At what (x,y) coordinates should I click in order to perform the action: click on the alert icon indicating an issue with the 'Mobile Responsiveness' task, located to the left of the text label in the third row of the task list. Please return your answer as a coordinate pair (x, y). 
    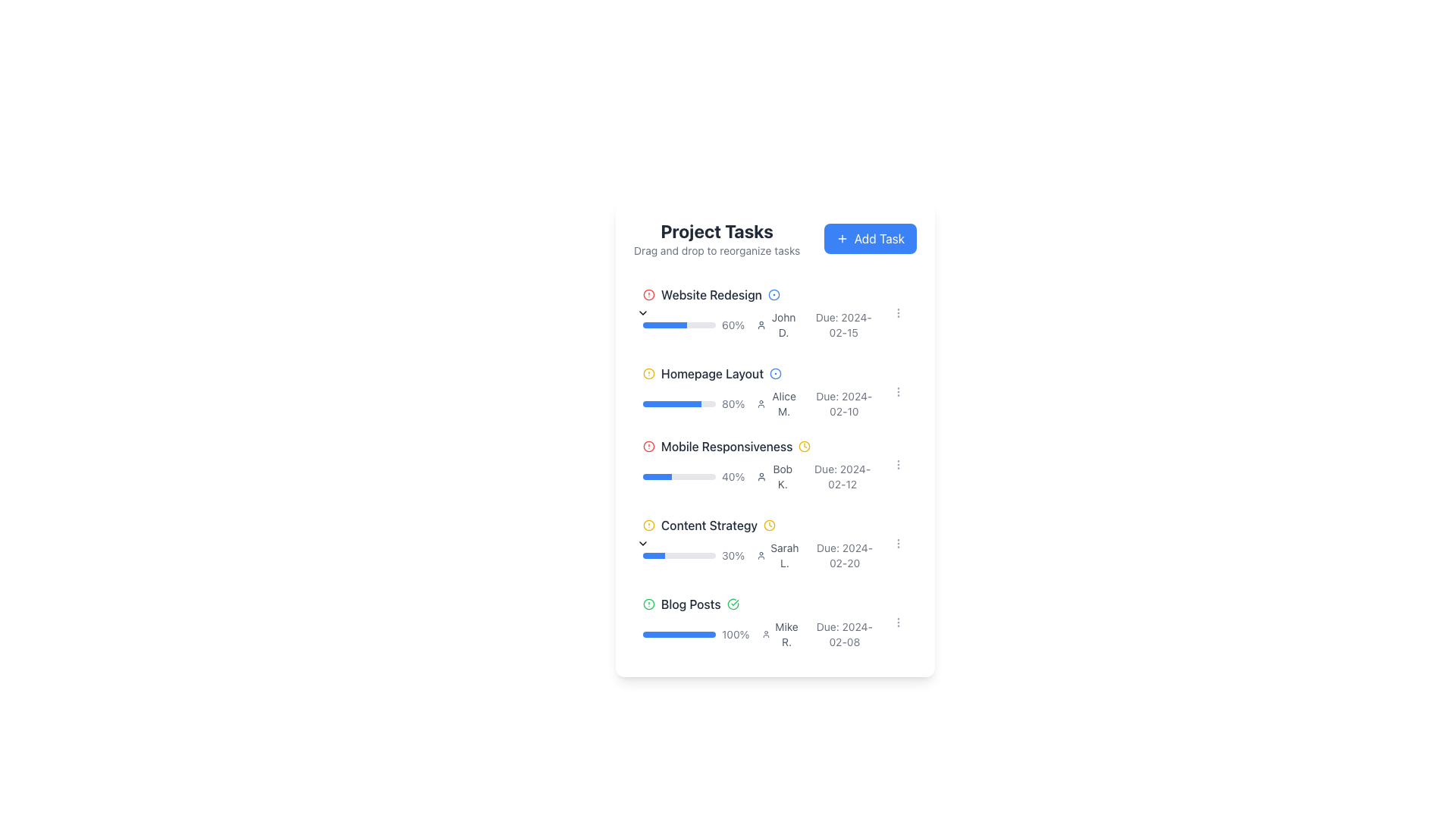
    Looking at the image, I should click on (648, 446).